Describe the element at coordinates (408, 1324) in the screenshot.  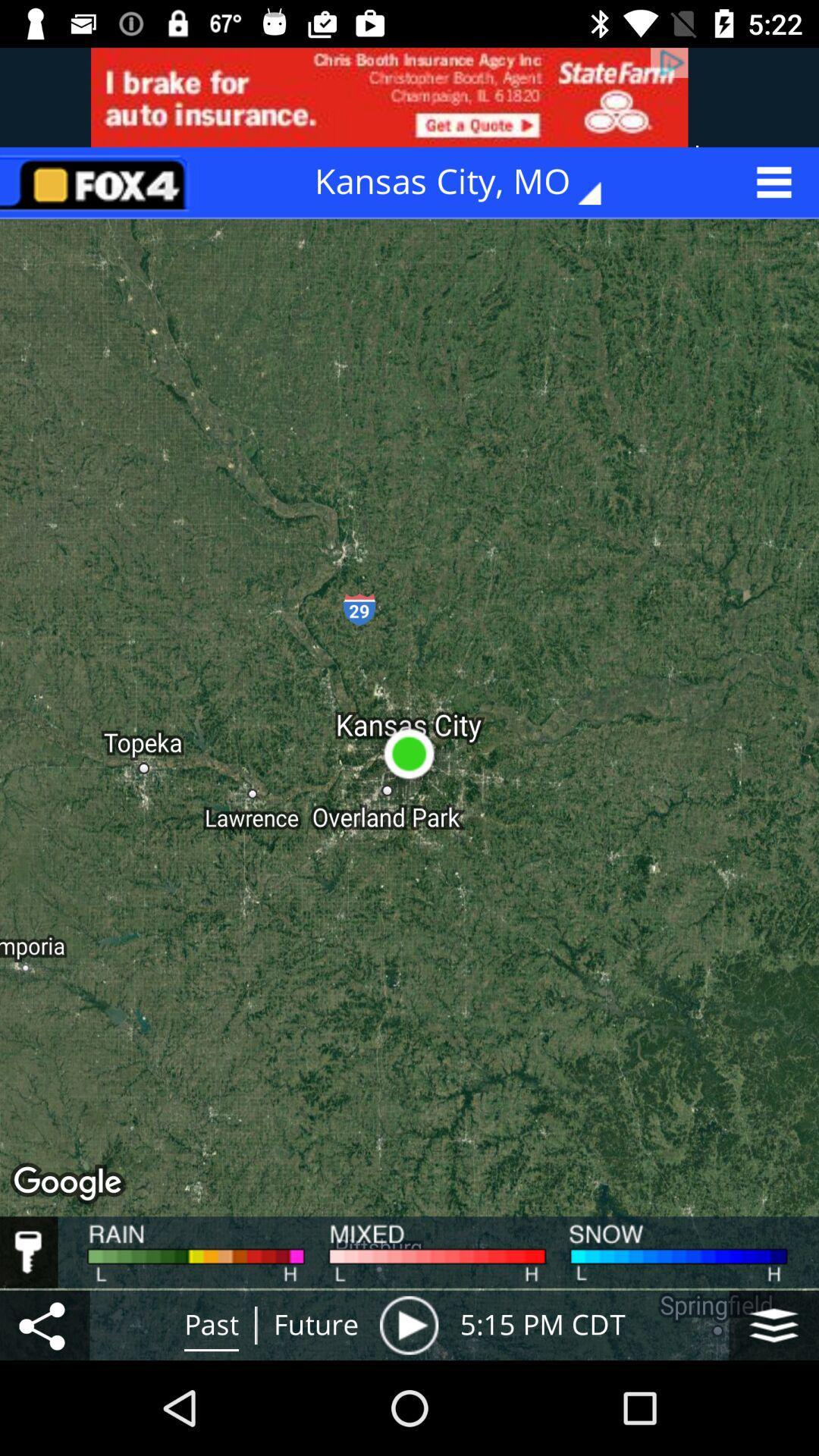
I see `unpause` at that location.